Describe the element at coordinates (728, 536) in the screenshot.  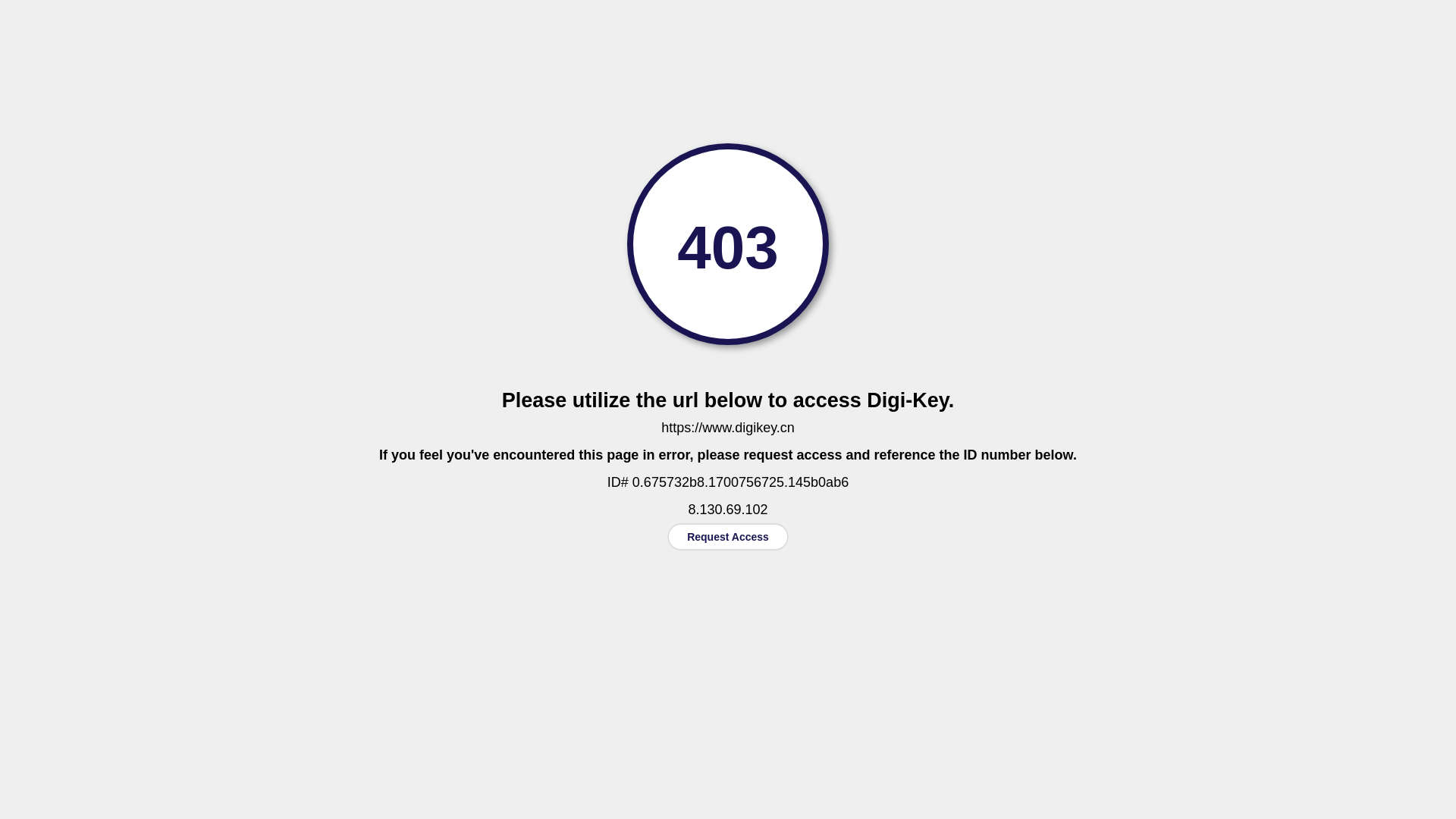
I see `'Request Access'` at that location.